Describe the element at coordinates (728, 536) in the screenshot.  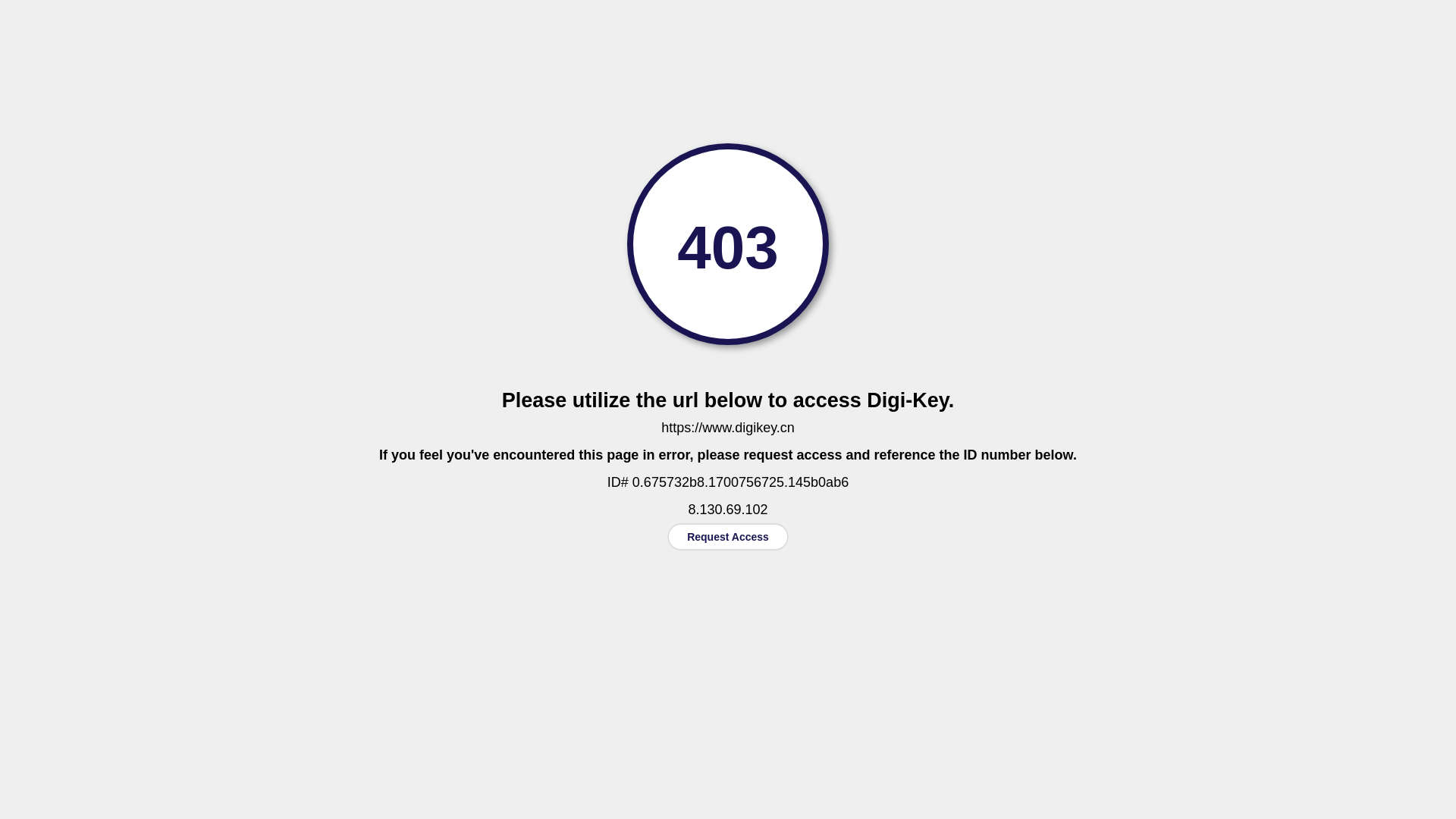
I see `'Request Access'` at that location.